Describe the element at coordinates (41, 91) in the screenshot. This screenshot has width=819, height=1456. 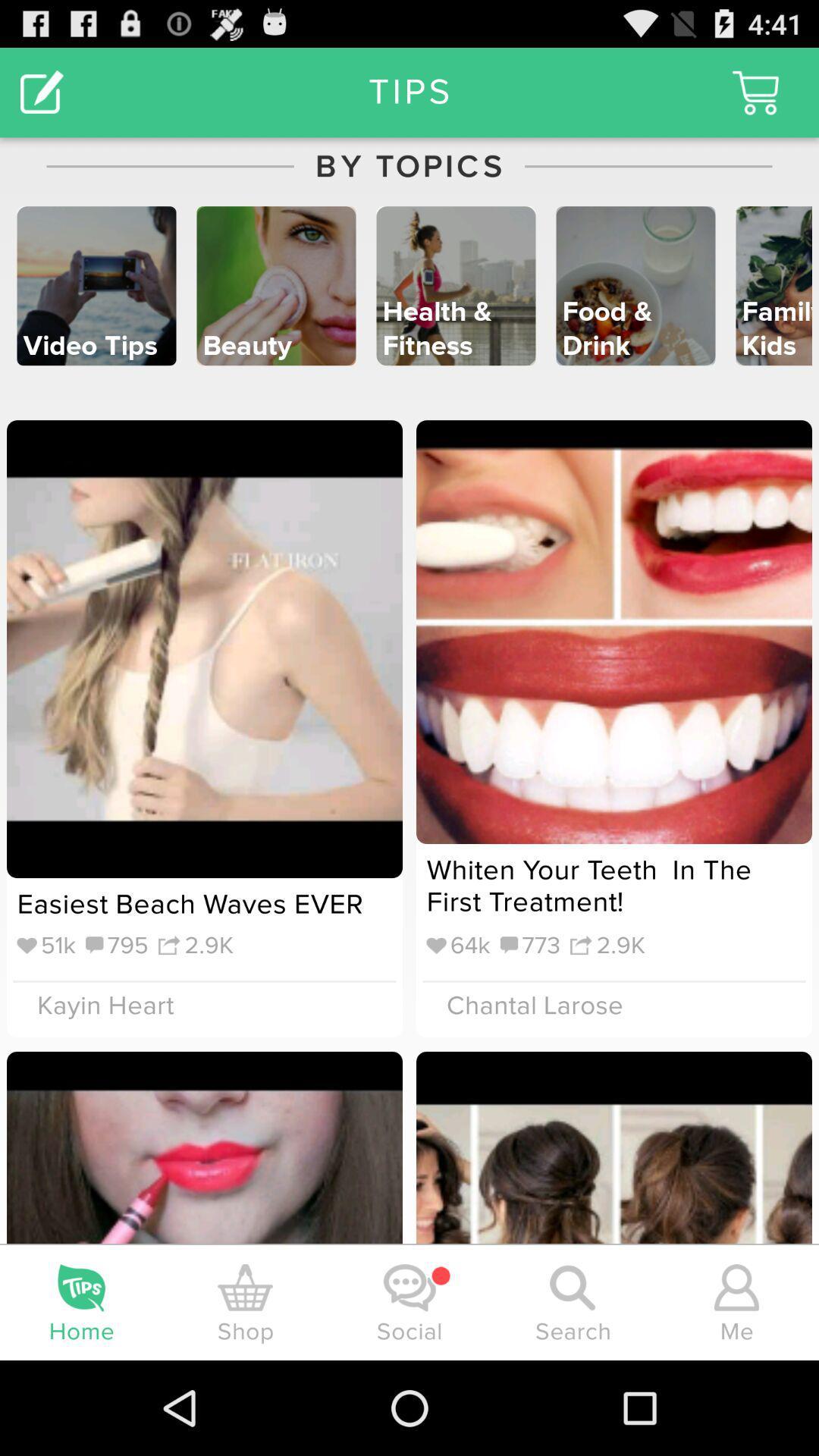
I see `the item to the left of by topics` at that location.